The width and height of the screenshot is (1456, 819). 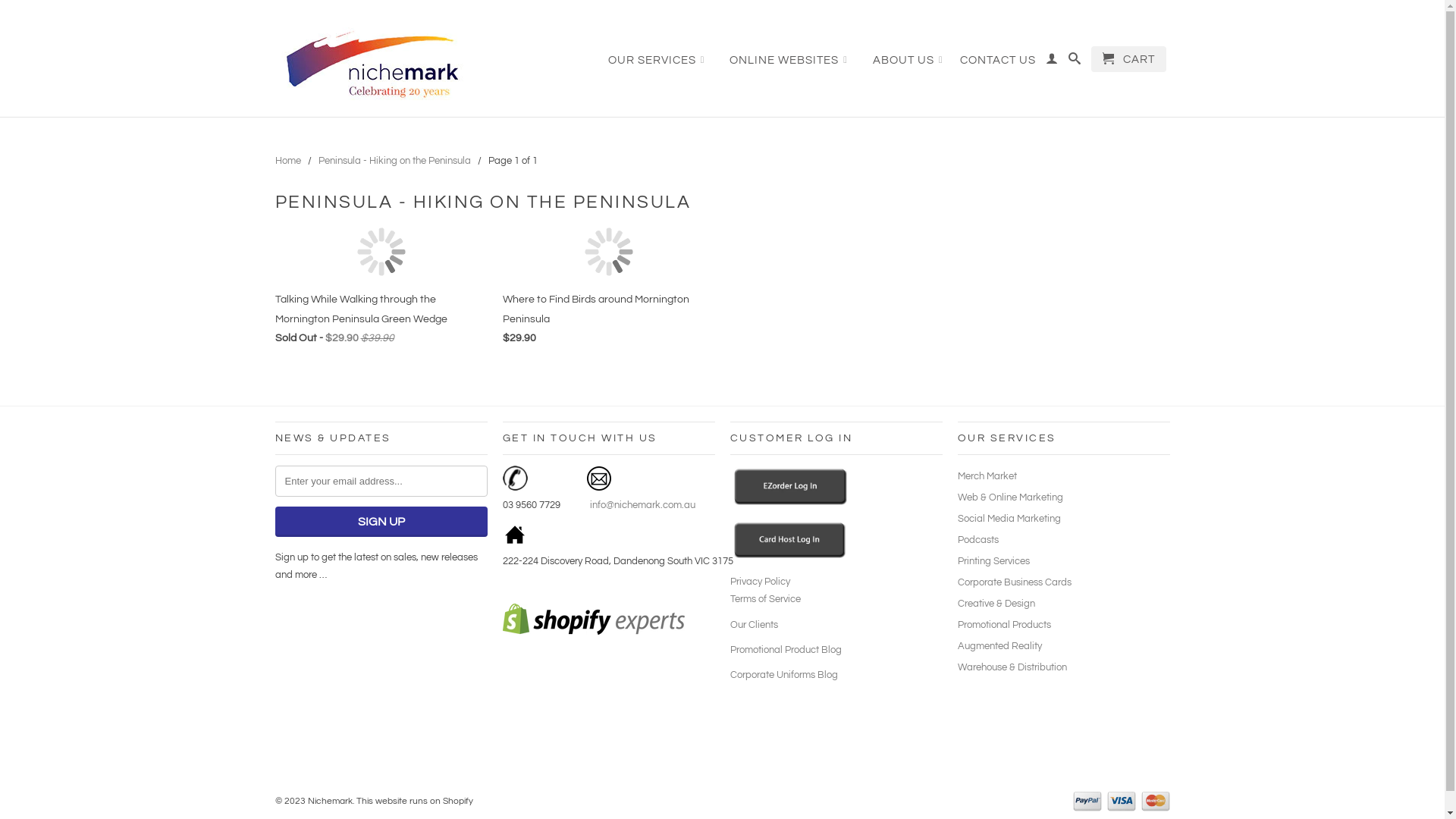 What do you see at coordinates (1012, 666) in the screenshot?
I see `'Warehouse & Distribution'` at bounding box center [1012, 666].